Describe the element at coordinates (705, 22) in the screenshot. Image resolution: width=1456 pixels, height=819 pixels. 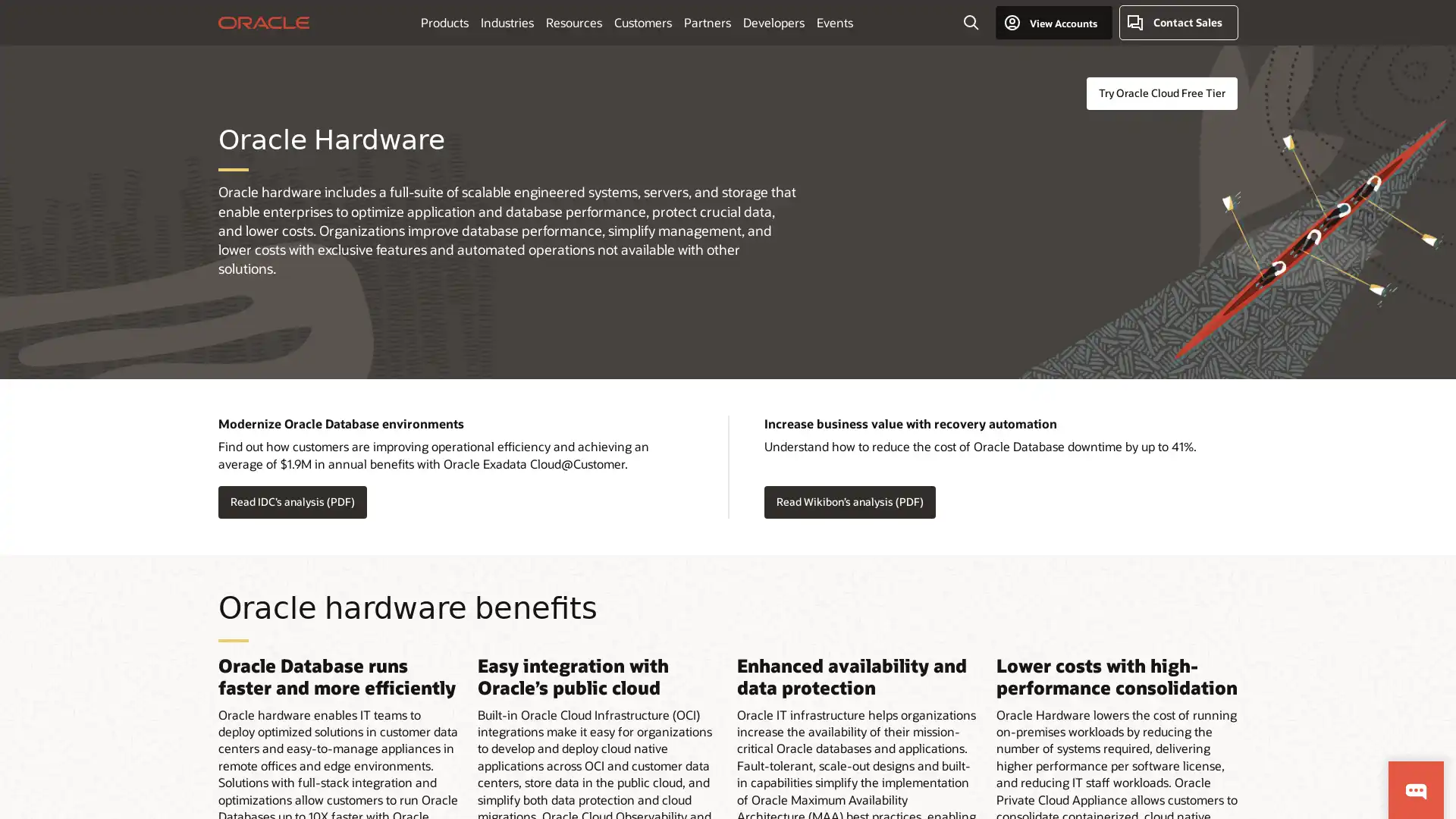
I see `Partners` at that location.